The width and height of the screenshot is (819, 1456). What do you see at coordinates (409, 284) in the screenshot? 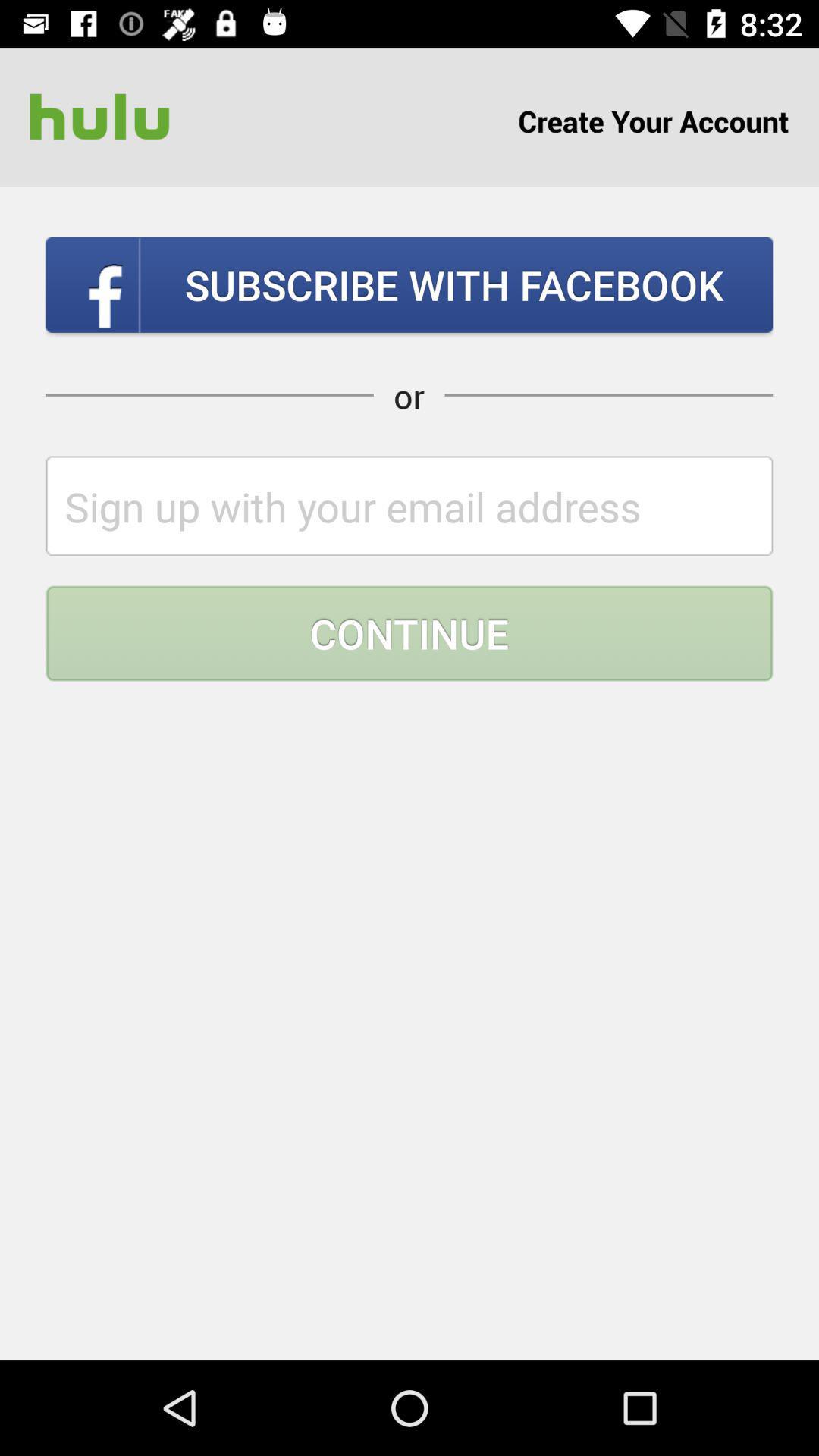
I see `item above or item` at bounding box center [409, 284].